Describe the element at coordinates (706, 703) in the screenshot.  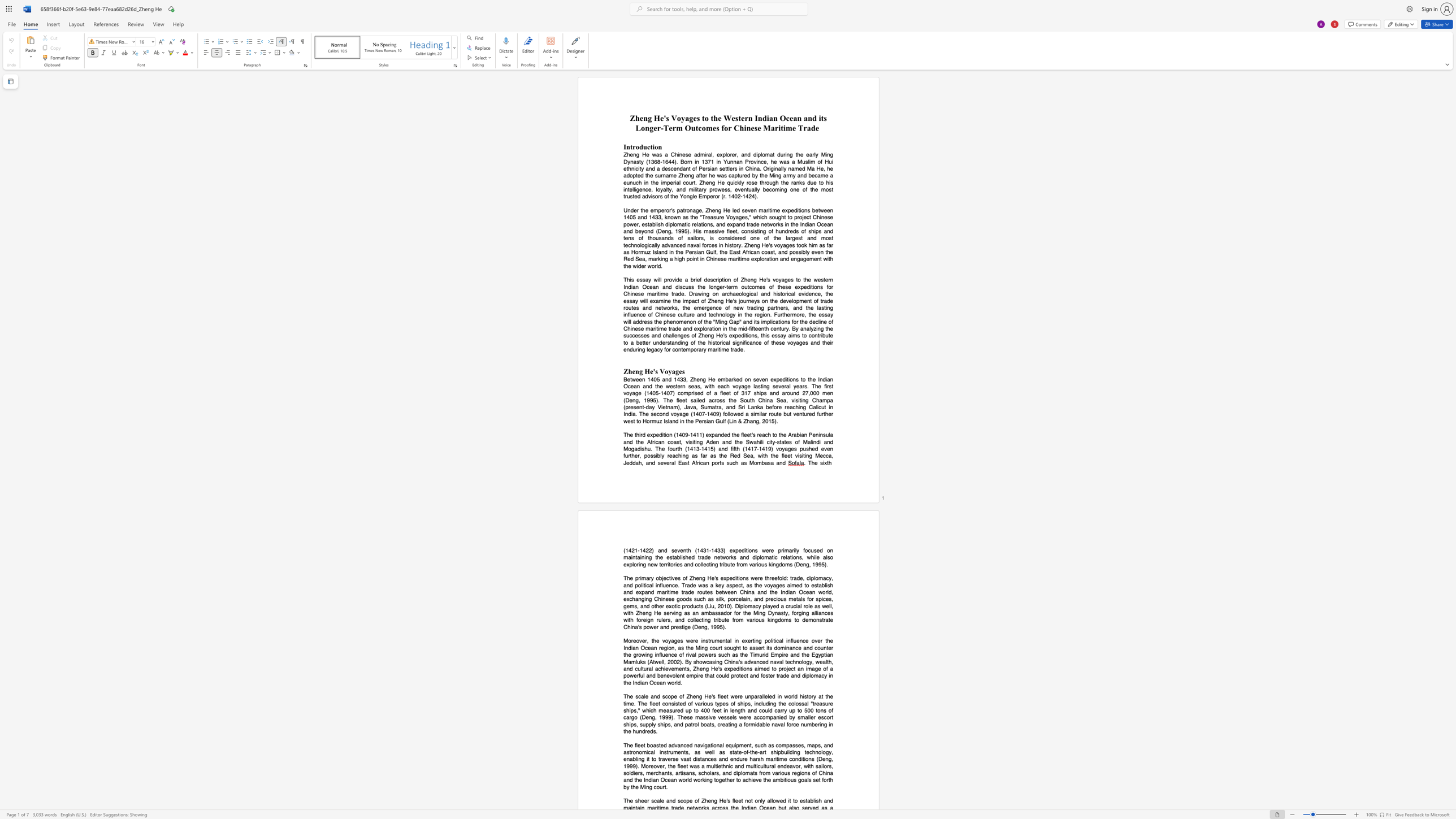
I see `the subset text "us type" within the text "various types"` at that location.